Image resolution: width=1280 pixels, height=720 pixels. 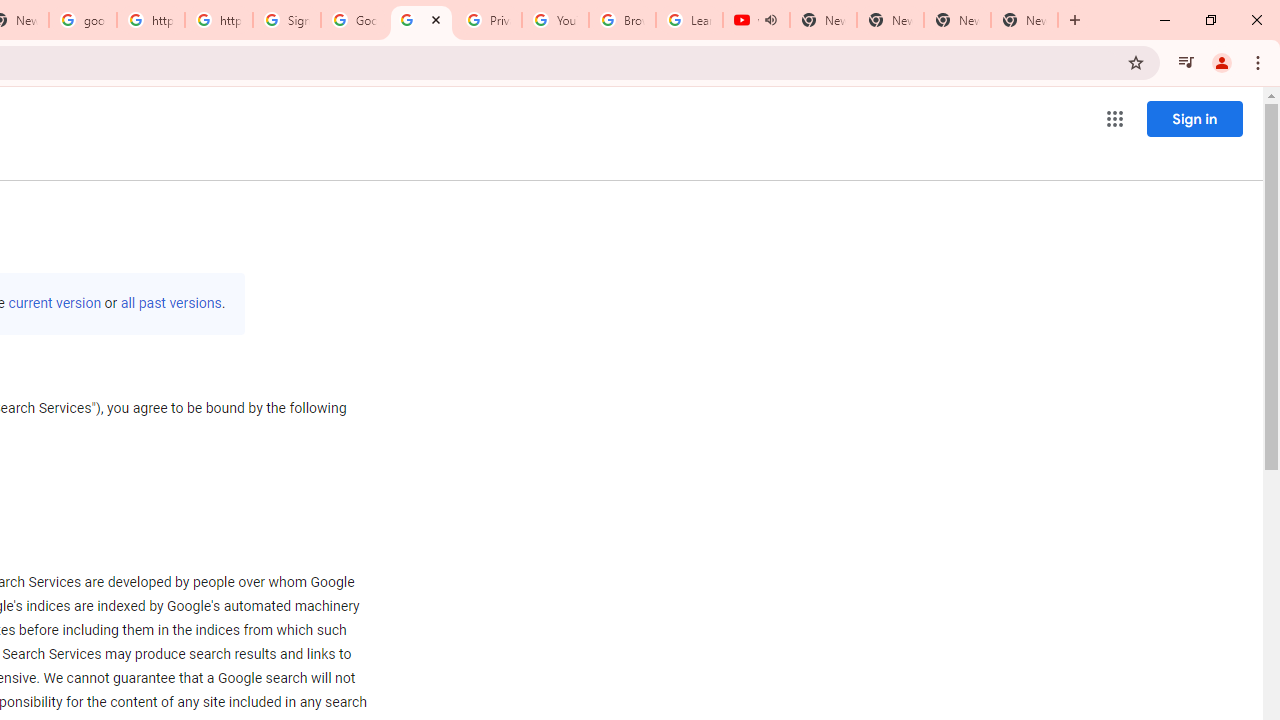 I want to click on 'Mute tab', so click(x=770, y=20).